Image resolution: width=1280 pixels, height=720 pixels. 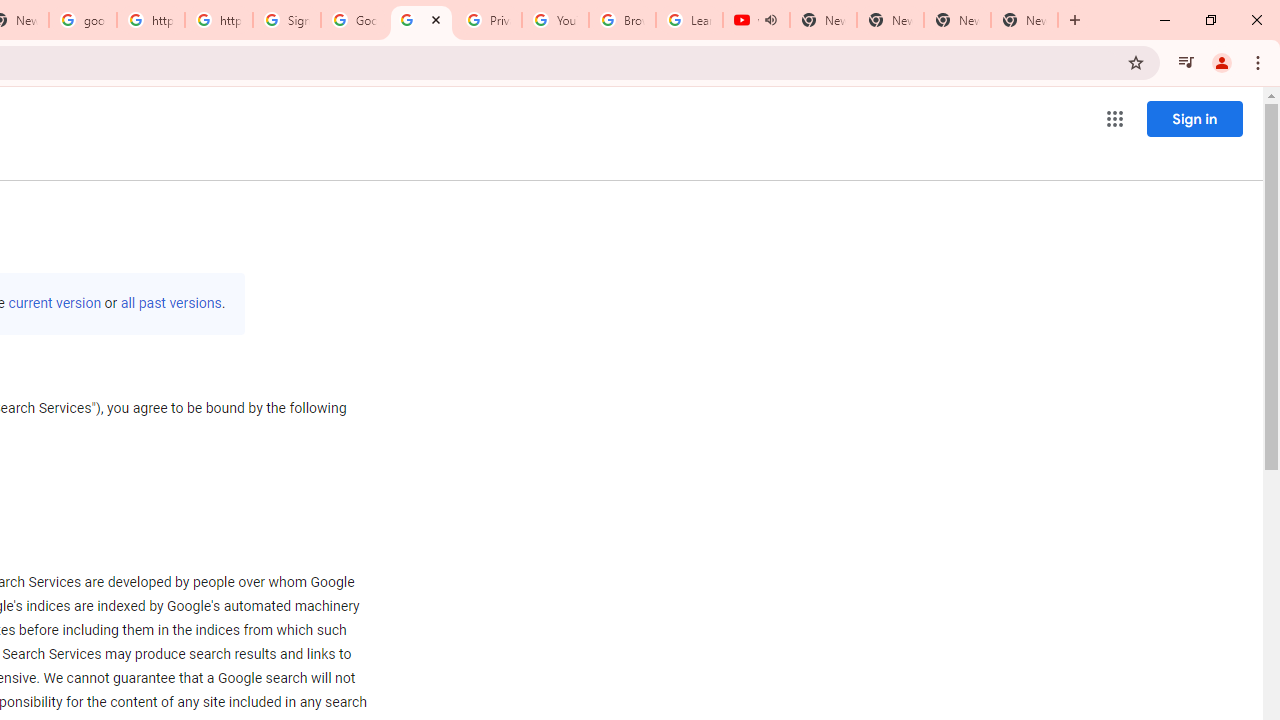 I want to click on 'Mute tab', so click(x=770, y=20).